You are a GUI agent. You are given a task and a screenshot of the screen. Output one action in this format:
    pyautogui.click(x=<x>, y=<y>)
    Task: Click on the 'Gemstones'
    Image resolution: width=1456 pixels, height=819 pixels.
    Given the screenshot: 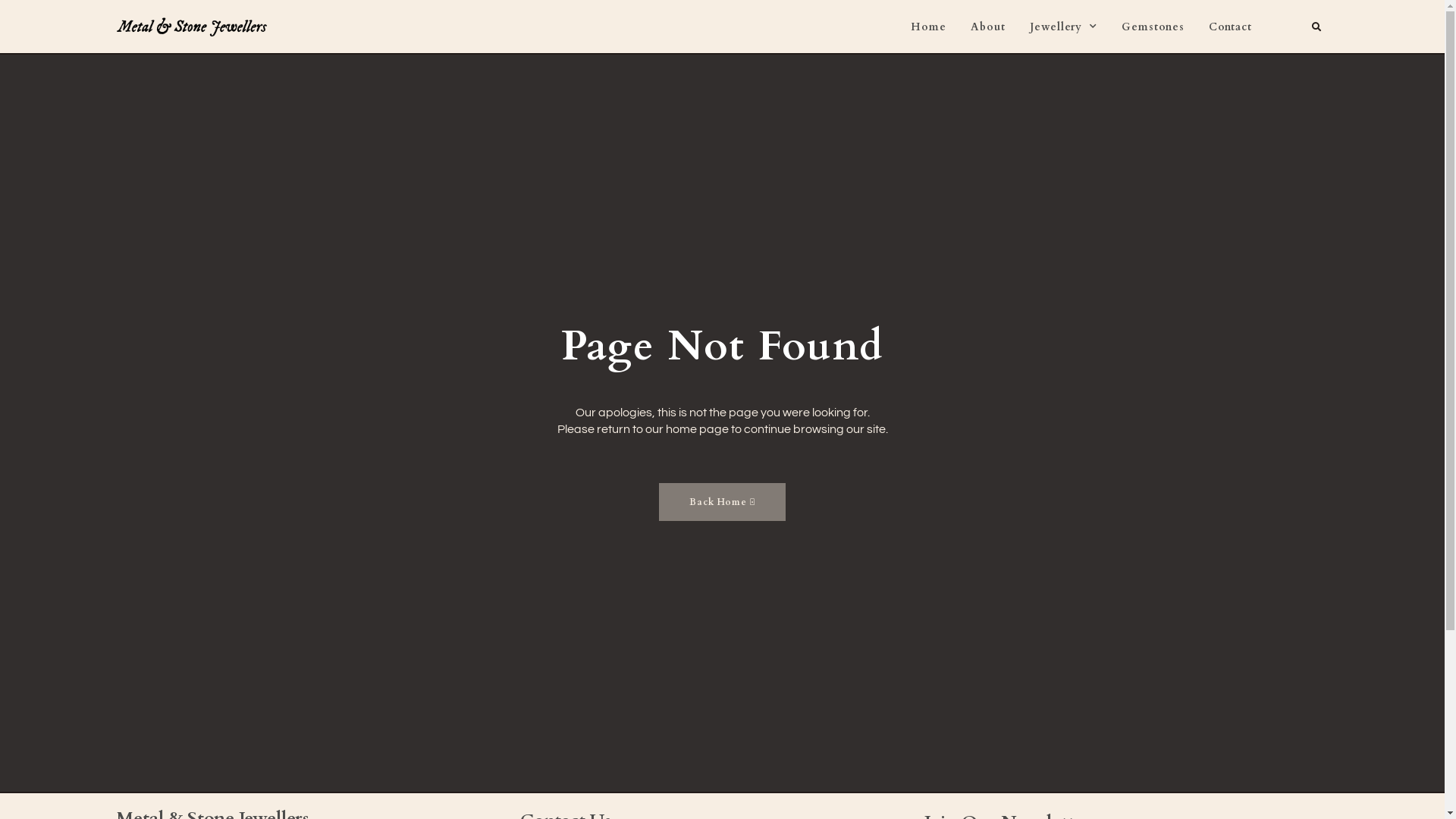 What is the action you would take?
    pyautogui.click(x=1121, y=27)
    